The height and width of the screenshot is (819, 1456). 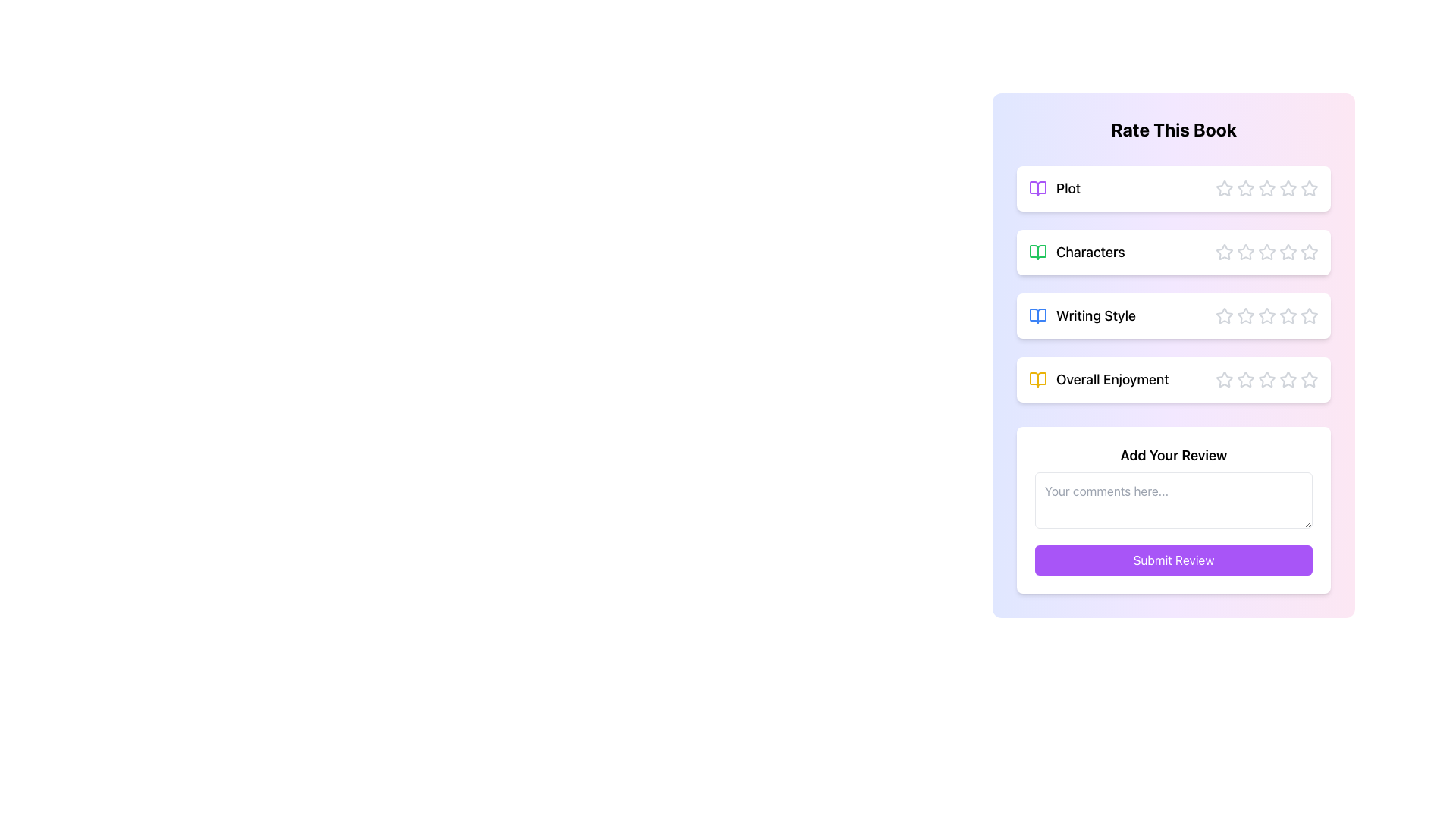 What do you see at coordinates (1288, 251) in the screenshot?
I see `the fifth Rating star icon in the 'Characters' section` at bounding box center [1288, 251].